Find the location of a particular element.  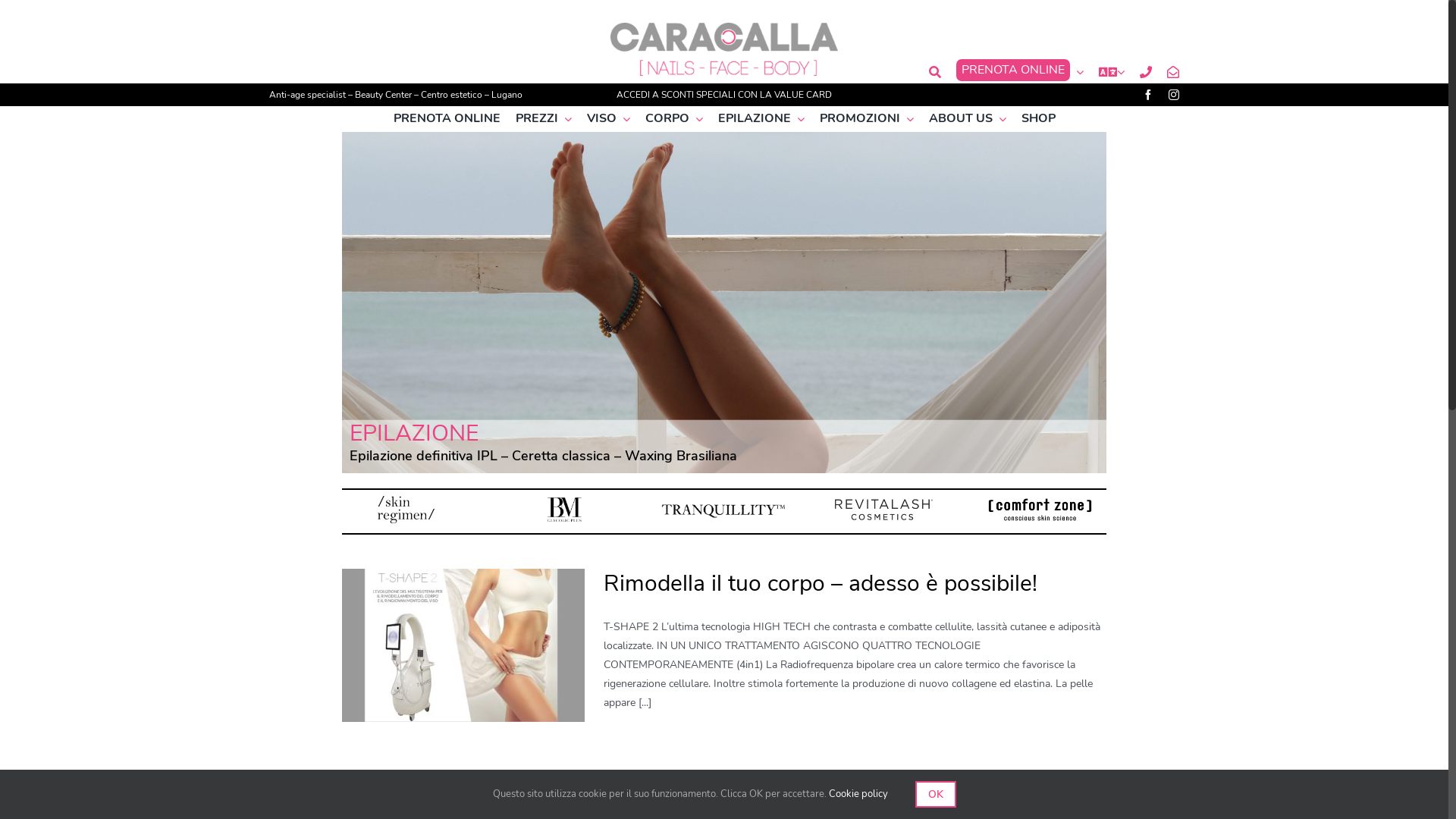

'Instagram' is located at coordinates (1173, 94).